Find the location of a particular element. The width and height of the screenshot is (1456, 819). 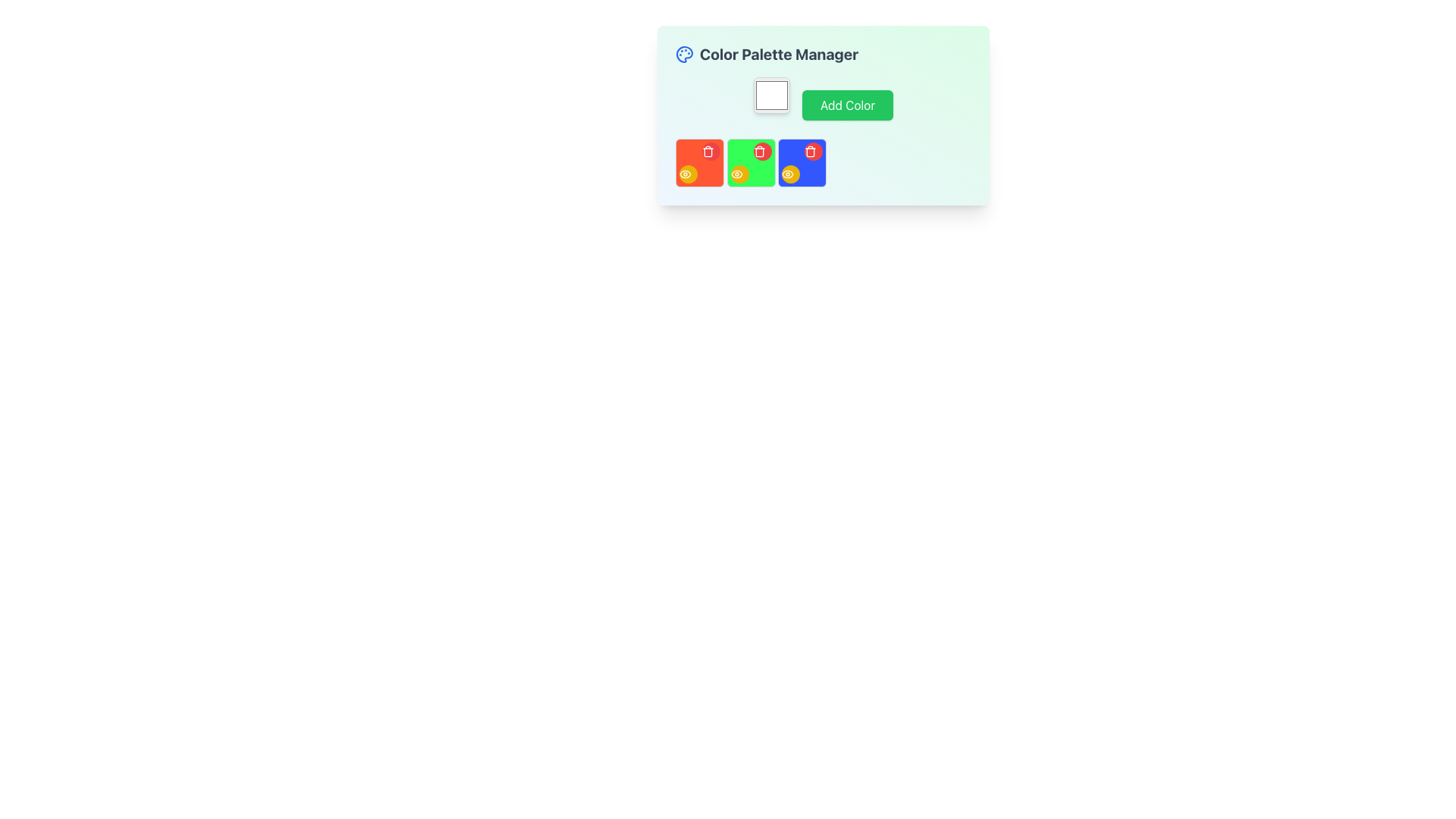

the red circular delete icon button located in the top-right corner of the blue square tile in the second row of the color tiles section to receive a tooltip is located at coordinates (810, 152).